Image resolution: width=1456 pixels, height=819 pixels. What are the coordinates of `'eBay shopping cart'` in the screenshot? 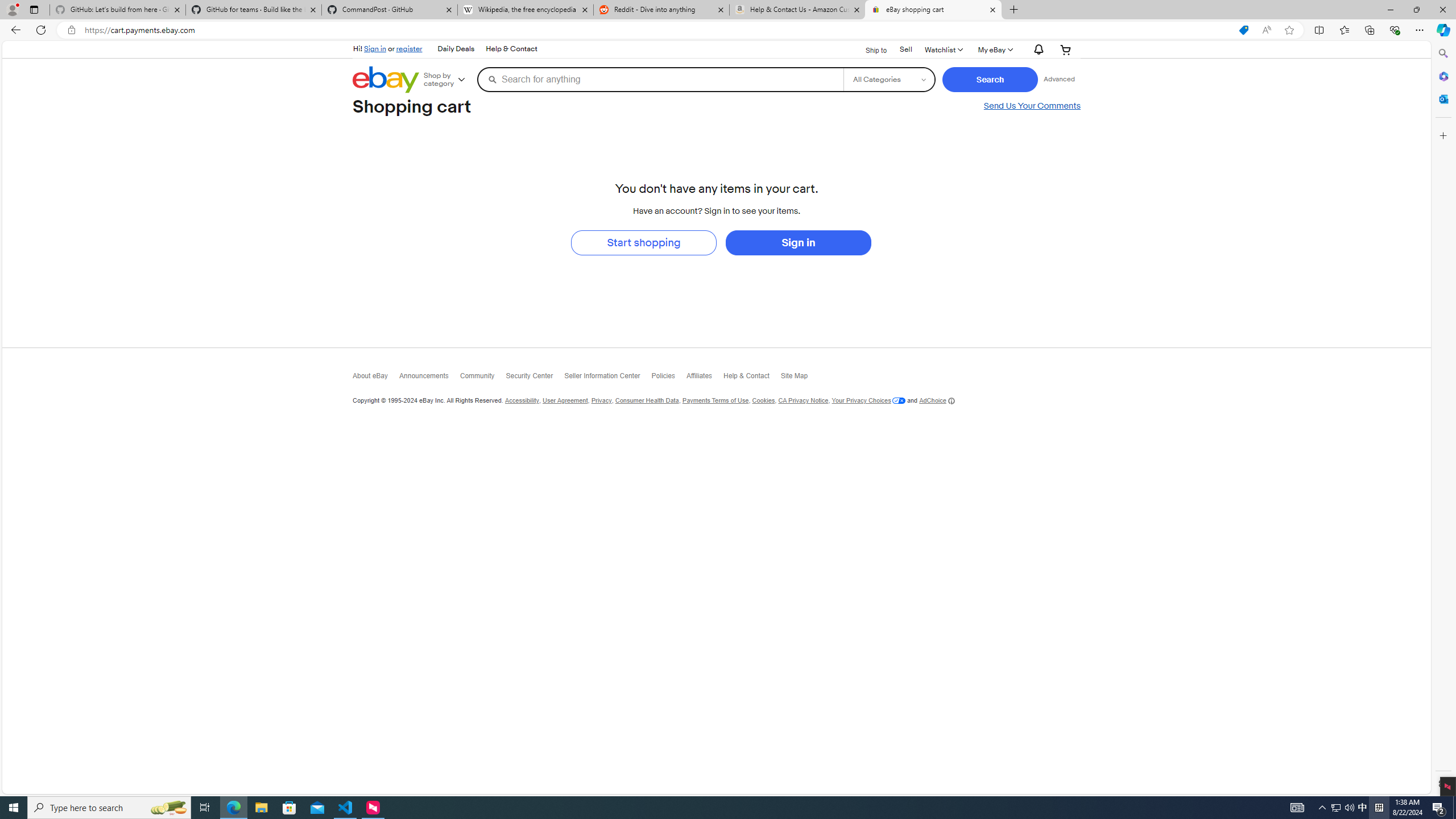 It's located at (932, 9).